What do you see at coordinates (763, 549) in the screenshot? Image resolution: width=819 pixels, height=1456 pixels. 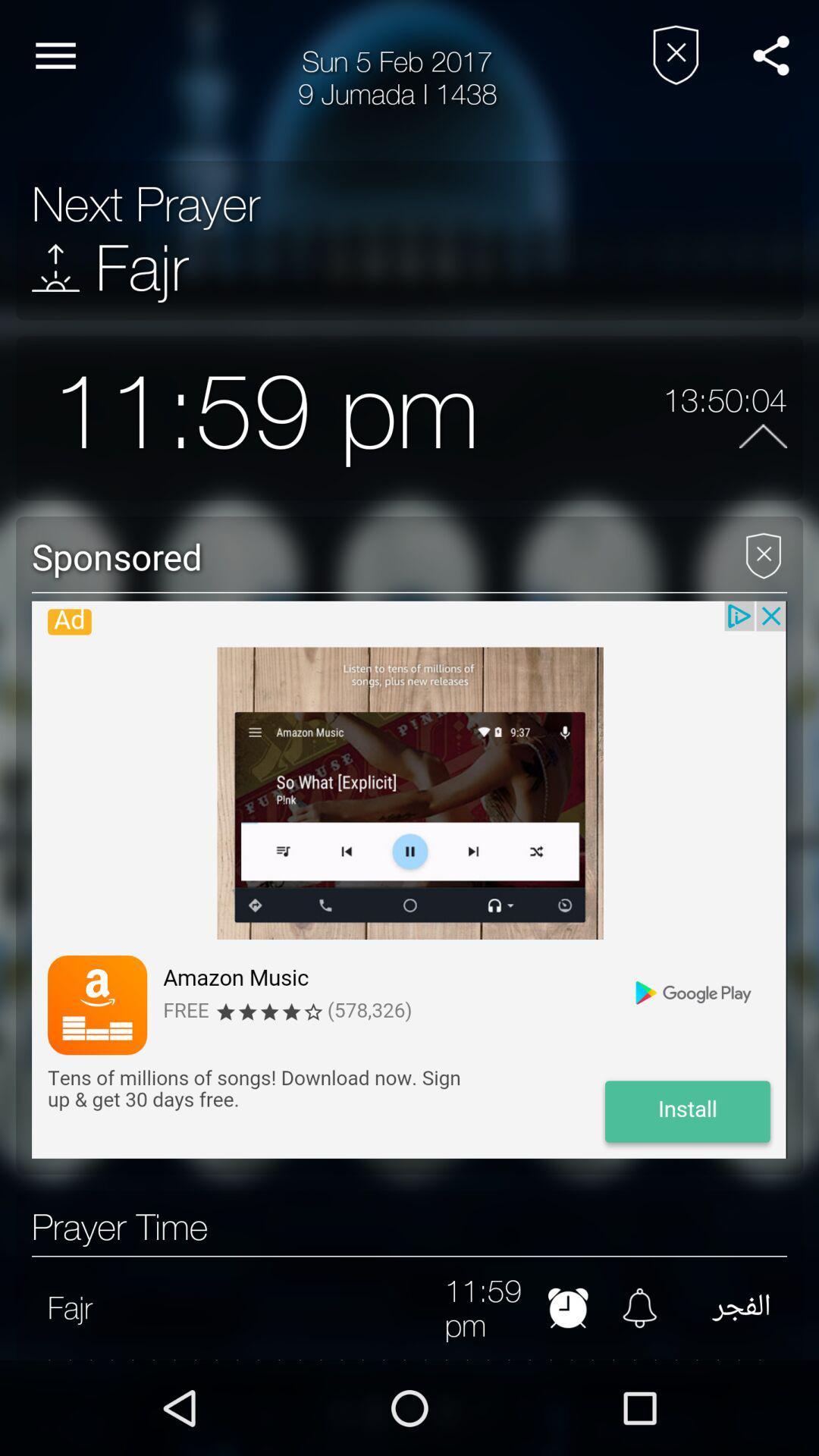 I see `option` at bounding box center [763, 549].